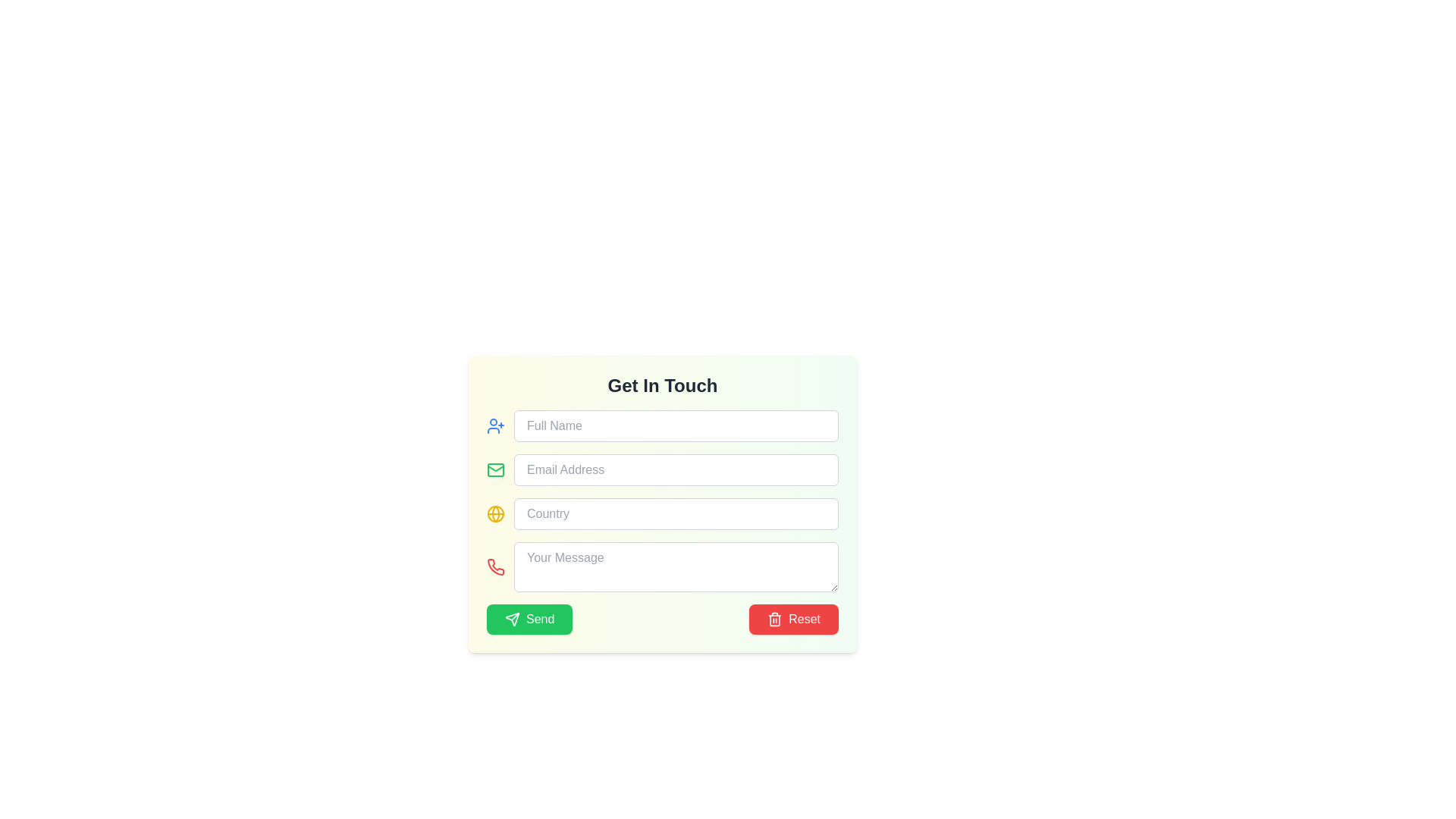 The width and height of the screenshot is (1456, 819). What do you see at coordinates (495, 469) in the screenshot?
I see `the decorative visual element in the SVG graphic representing the email icon, located beside the 'Email Address' input field` at bounding box center [495, 469].